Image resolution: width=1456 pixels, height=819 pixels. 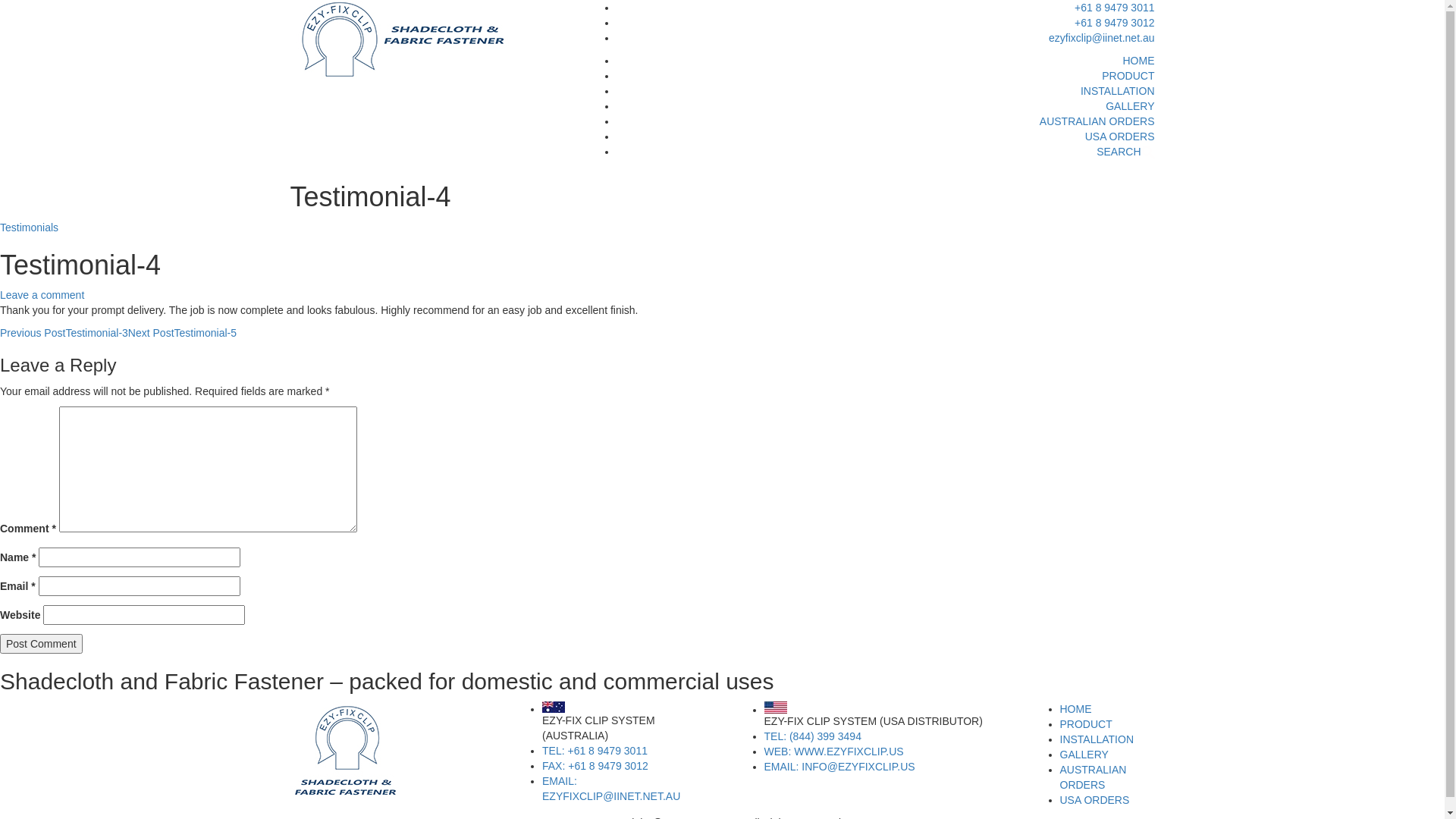 What do you see at coordinates (1097, 739) in the screenshot?
I see `'INSTALLATION'` at bounding box center [1097, 739].